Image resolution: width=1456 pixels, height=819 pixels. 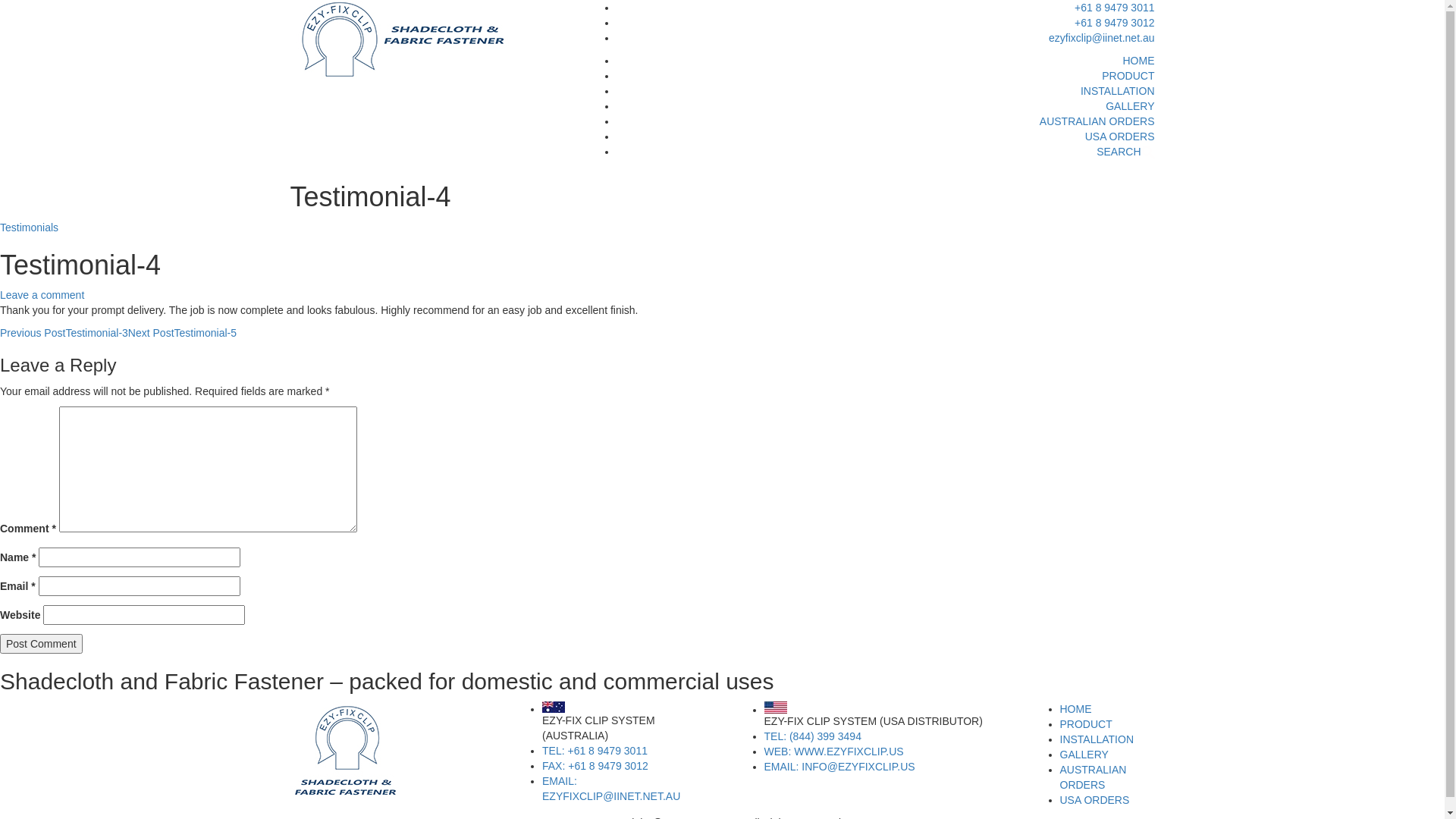 What do you see at coordinates (1097, 739) in the screenshot?
I see `'INSTALLATION'` at bounding box center [1097, 739].